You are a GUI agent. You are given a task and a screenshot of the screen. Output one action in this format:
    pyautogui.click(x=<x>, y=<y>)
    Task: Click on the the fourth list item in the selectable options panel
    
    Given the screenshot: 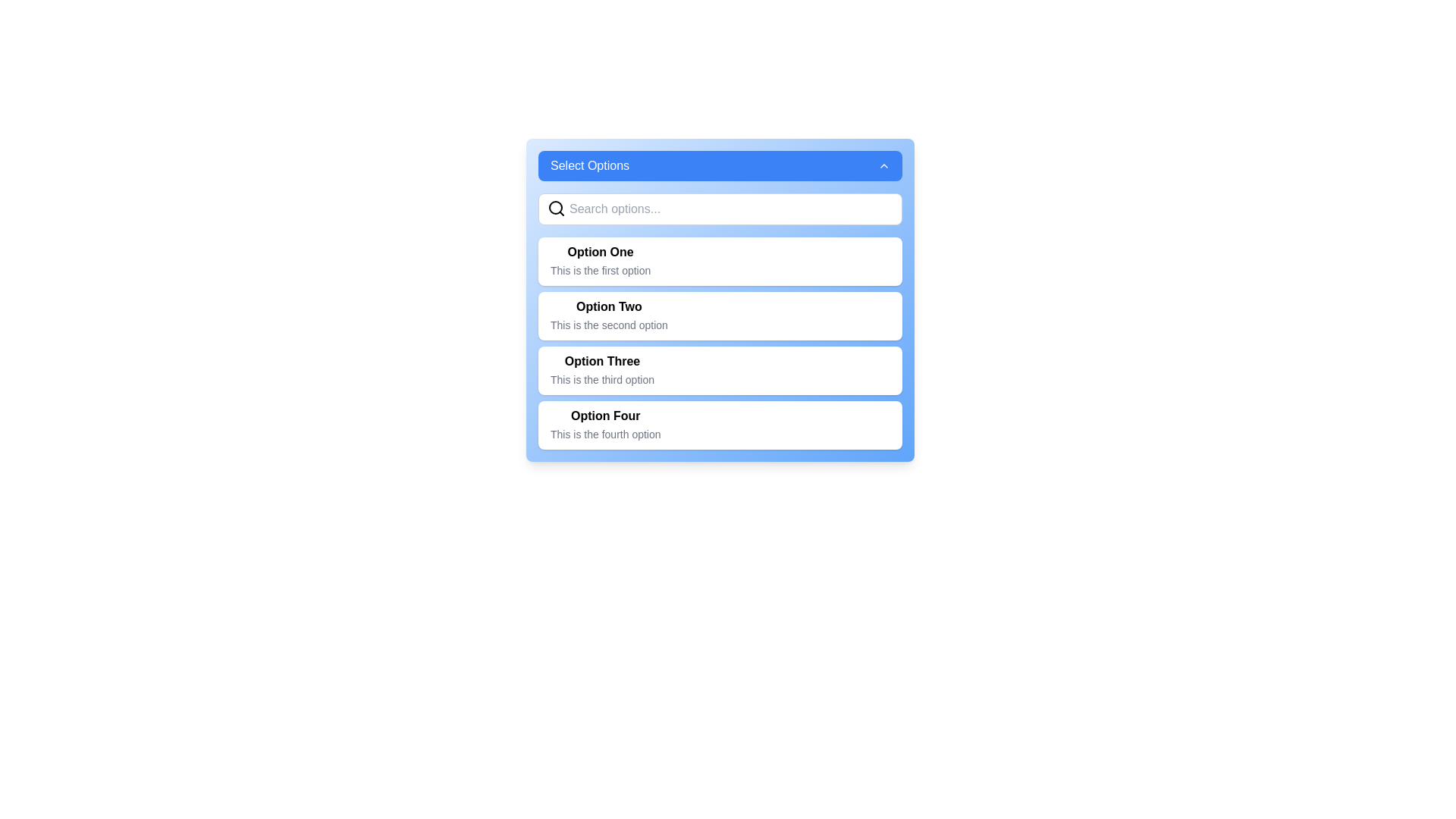 What is the action you would take?
    pyautogui.click(x=720, y=425)
    